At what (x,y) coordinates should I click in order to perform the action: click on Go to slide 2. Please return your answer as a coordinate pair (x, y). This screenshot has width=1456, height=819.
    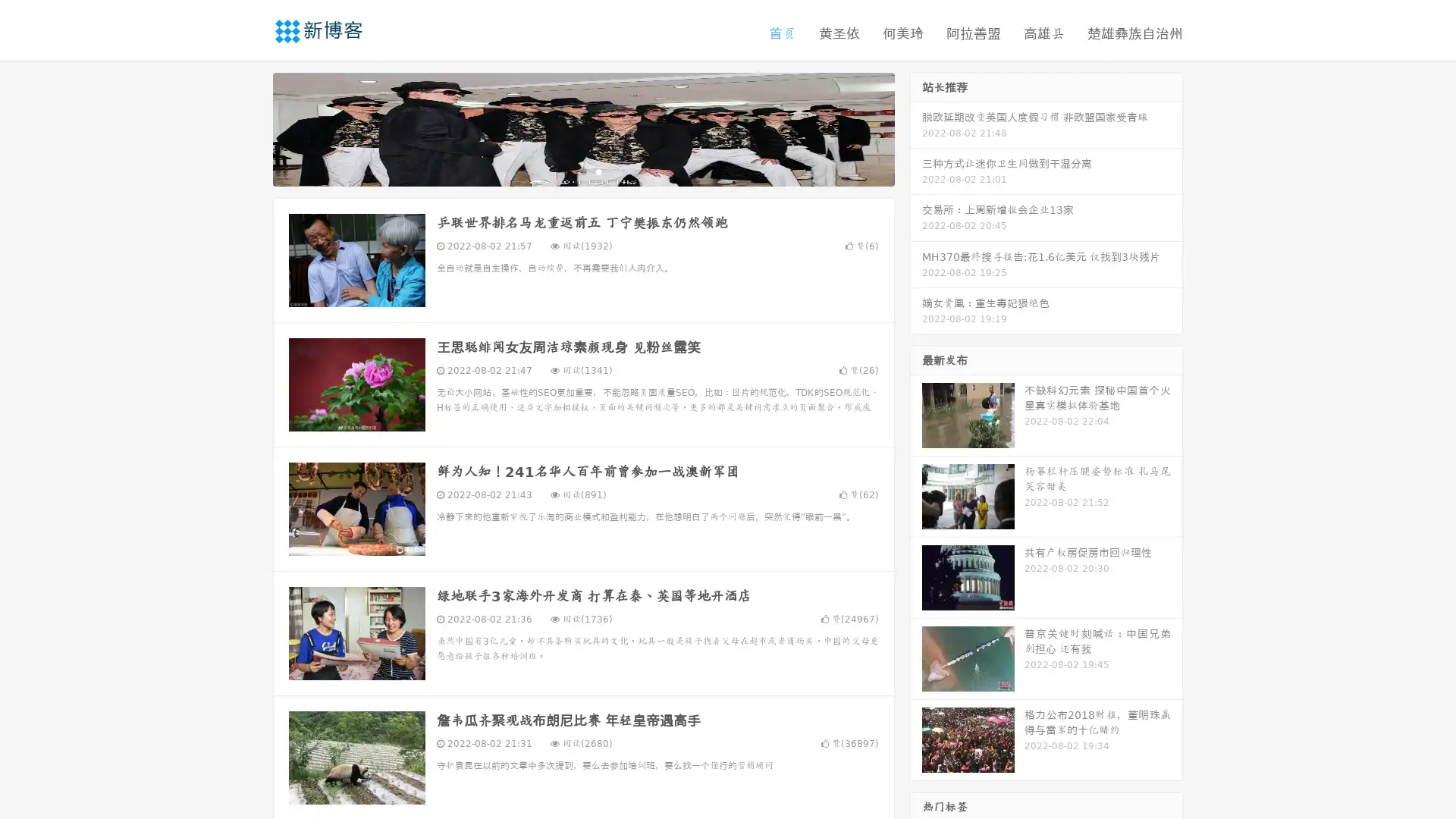
    Looking at the image, I should click on (582, 171).